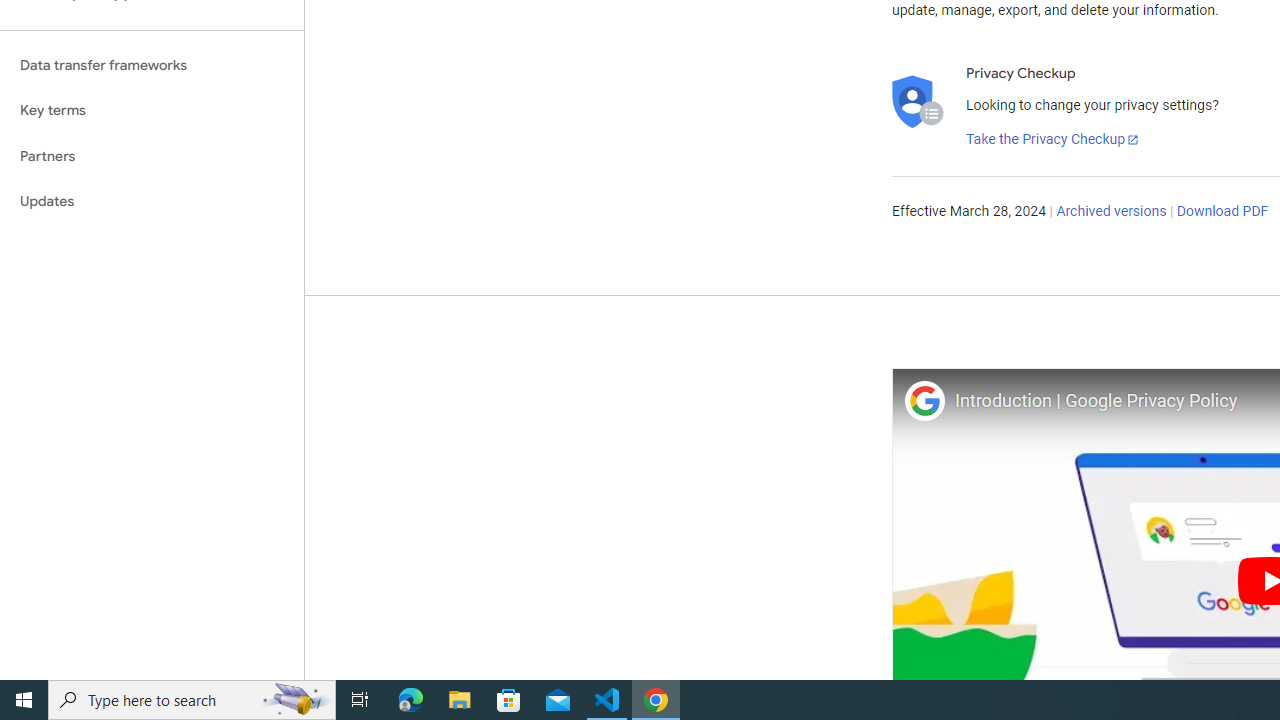 The height and width of the screenshot is (720, 1280). Describe the element at coordinates (151, 64) in the screenshot. I see `'Data transfer frameworks'` at that location.